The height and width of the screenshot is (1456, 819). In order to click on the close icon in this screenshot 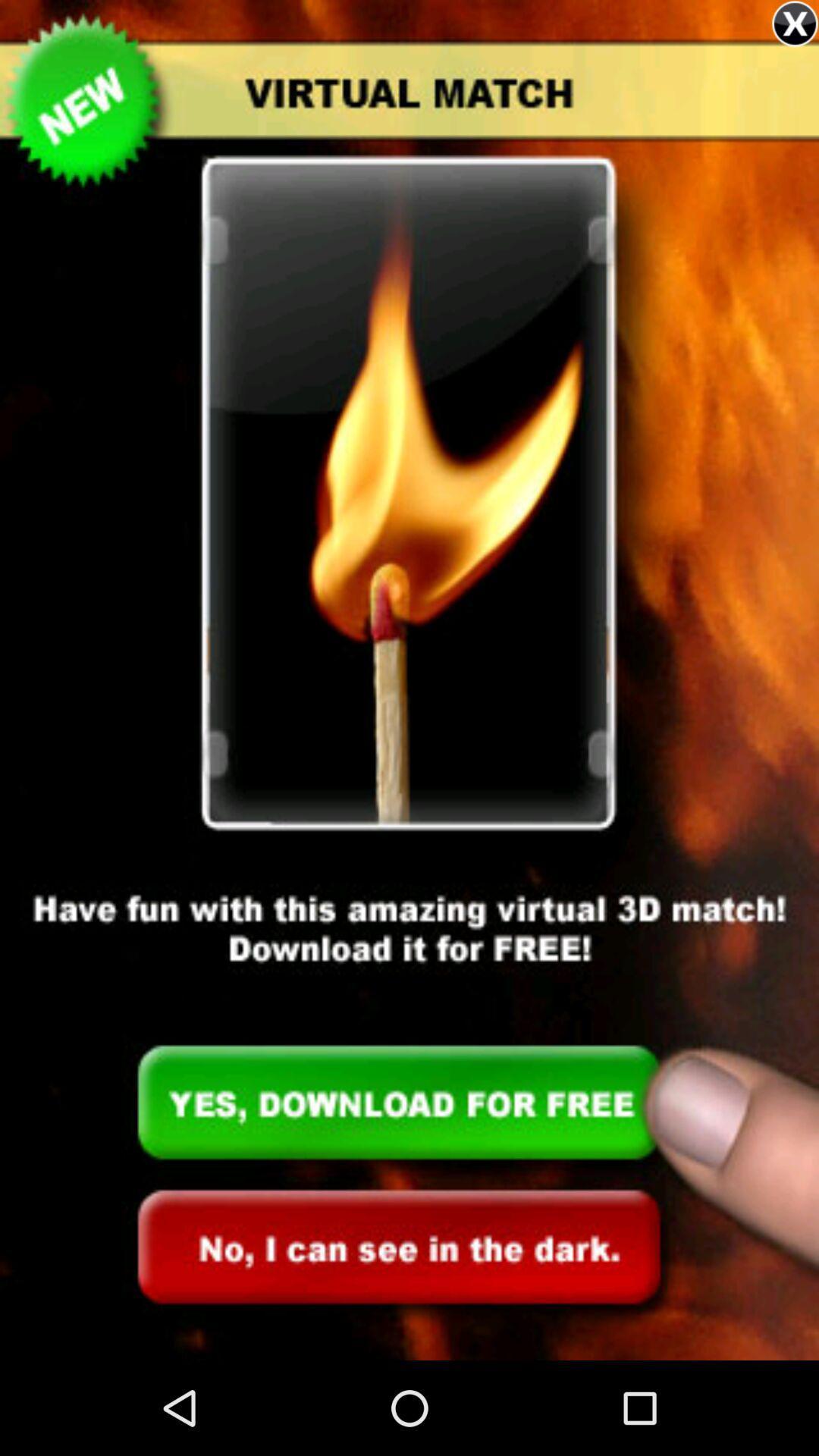, I will do `click(794, 25)`.